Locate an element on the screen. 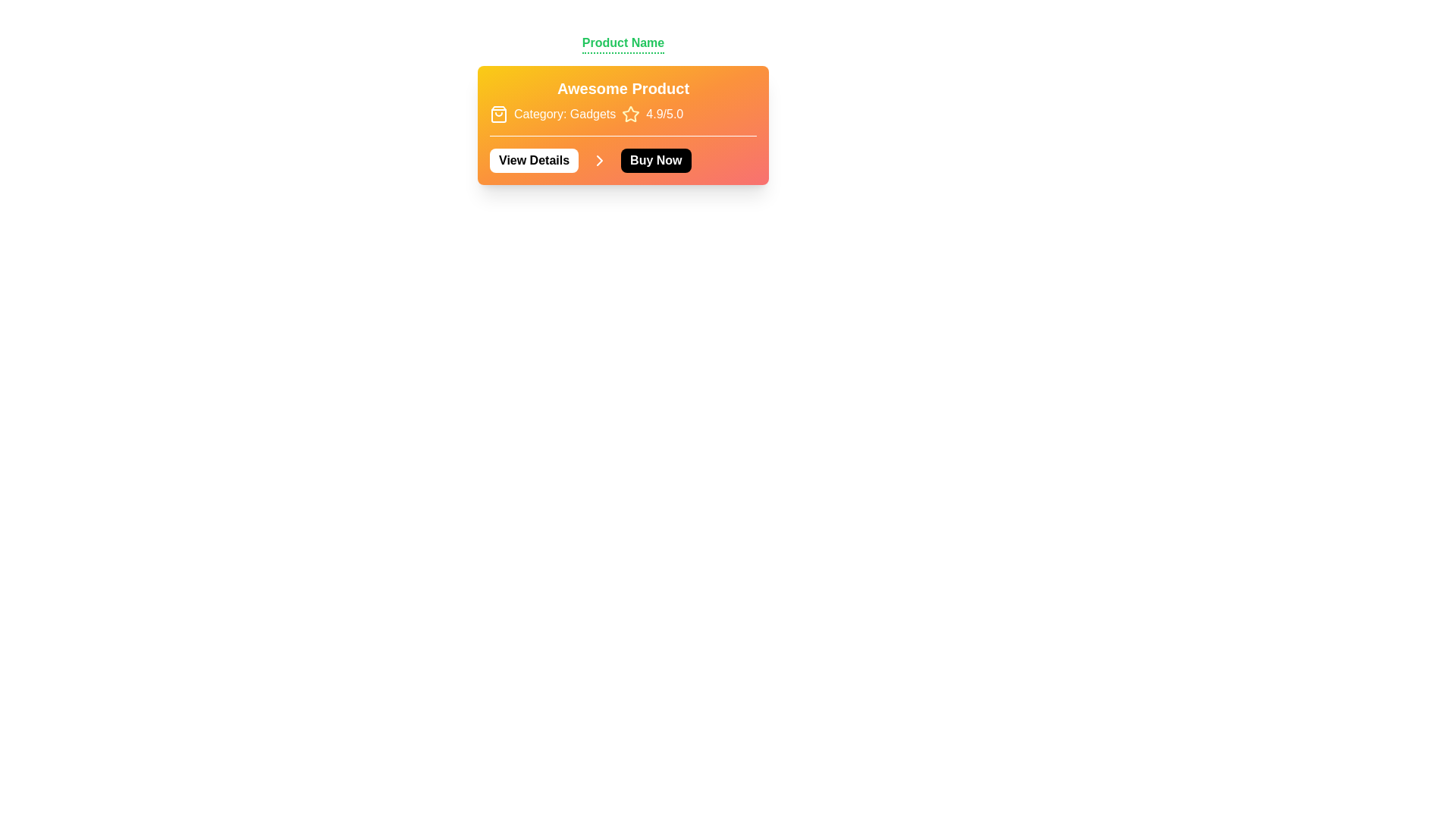 This screenshot has width=1456, height=819. the chevron arrow SVG graphic element located under the 'Awesome Product' text, positioned between the 'View Details' and 'Buy Now' buttons is located at coordinates (599, 161).